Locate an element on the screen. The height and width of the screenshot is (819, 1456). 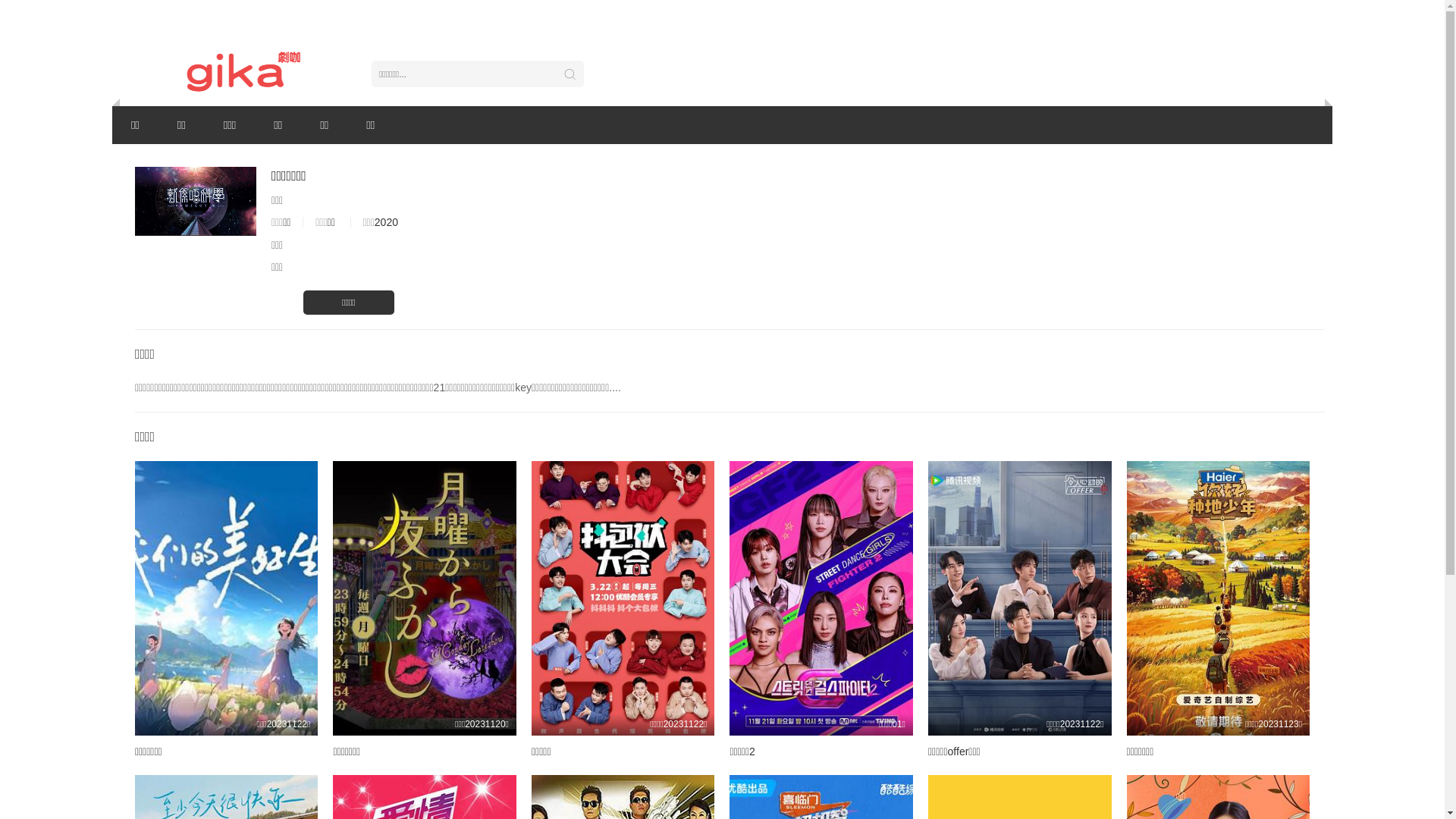
'2020' is located at coordinates (386, 222).